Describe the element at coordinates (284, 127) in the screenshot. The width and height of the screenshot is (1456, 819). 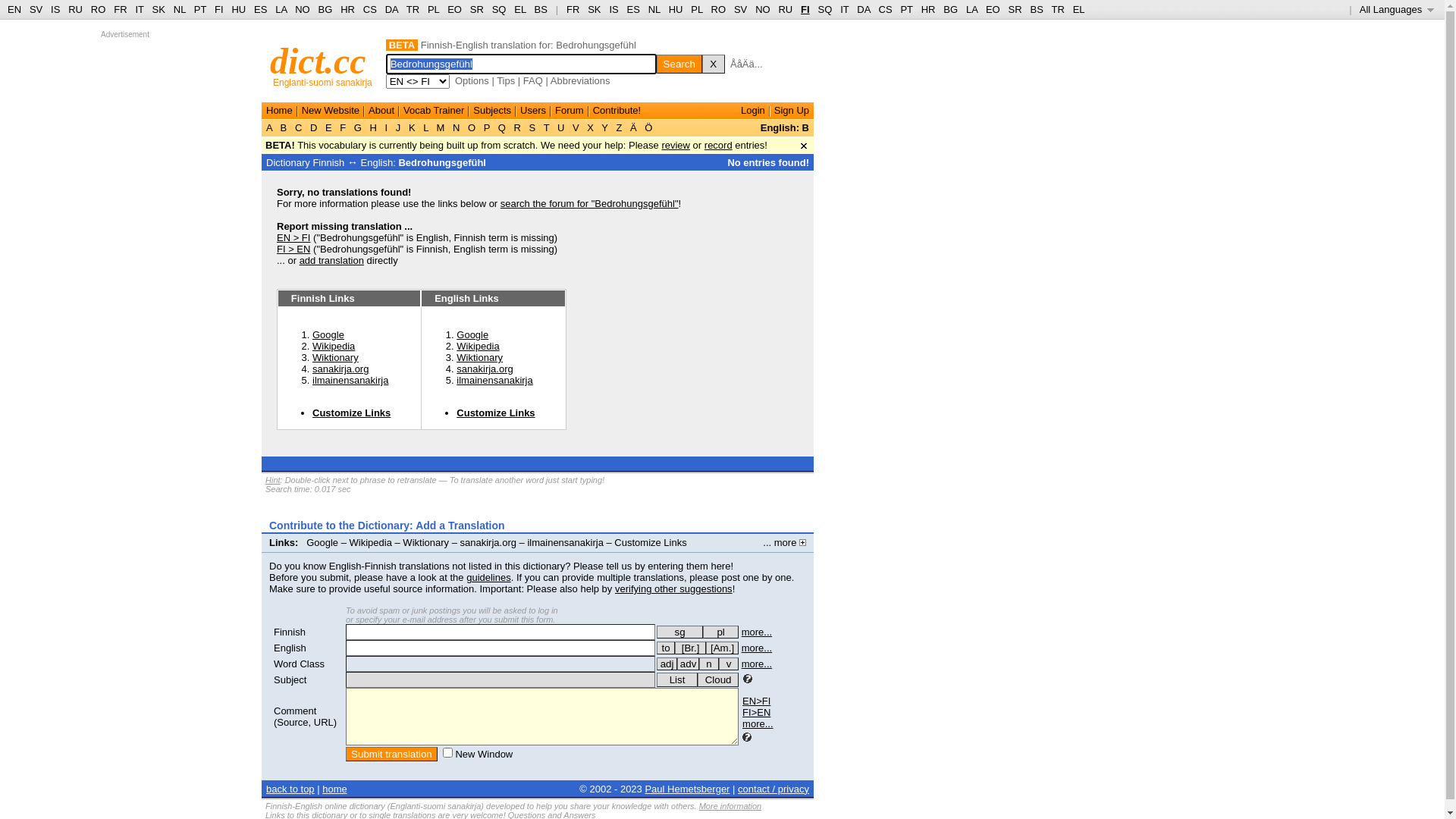
I see `'B'` at that location.